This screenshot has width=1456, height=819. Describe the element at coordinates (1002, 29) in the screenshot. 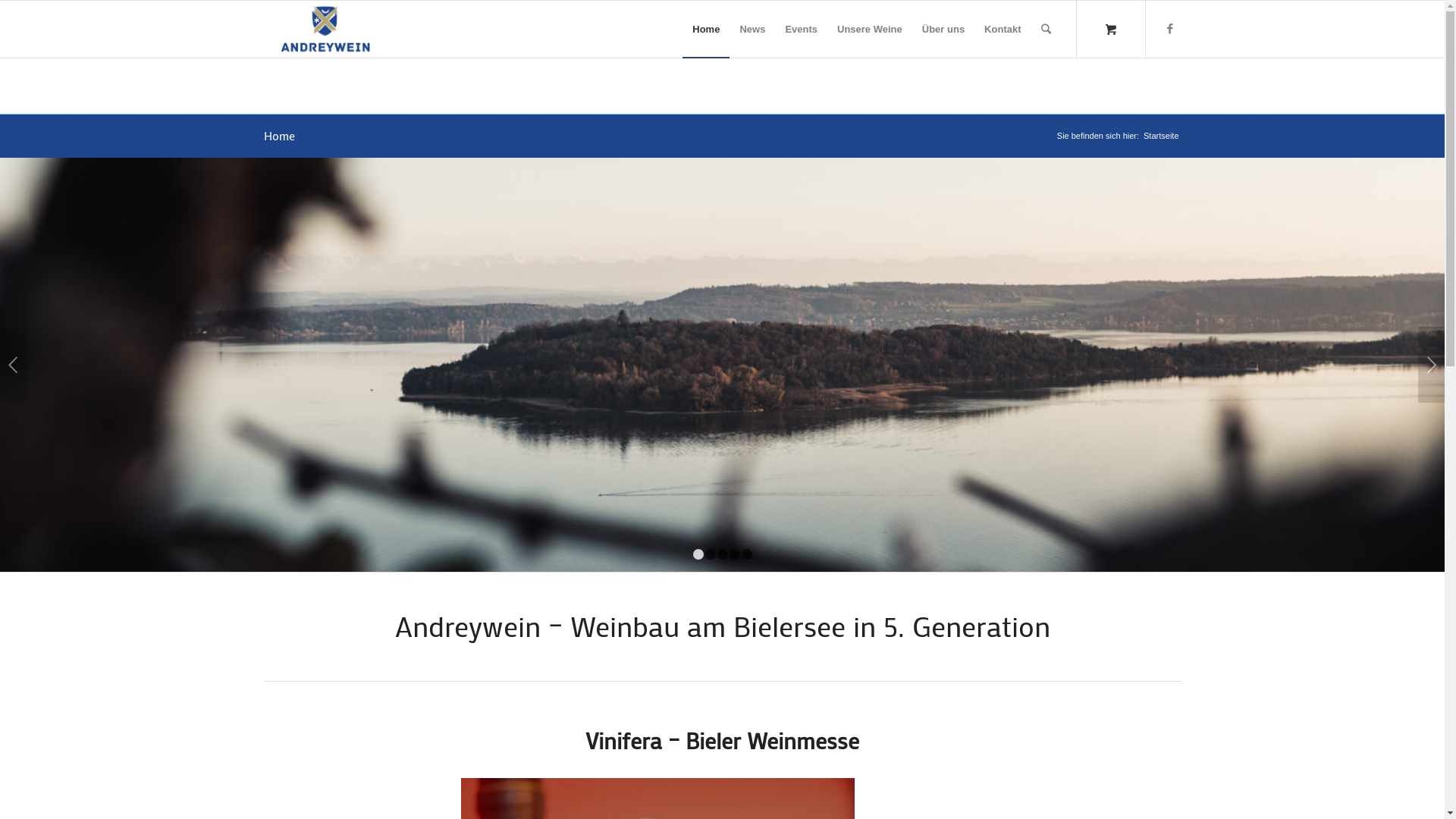

I see `'Kontakt'` at that location.